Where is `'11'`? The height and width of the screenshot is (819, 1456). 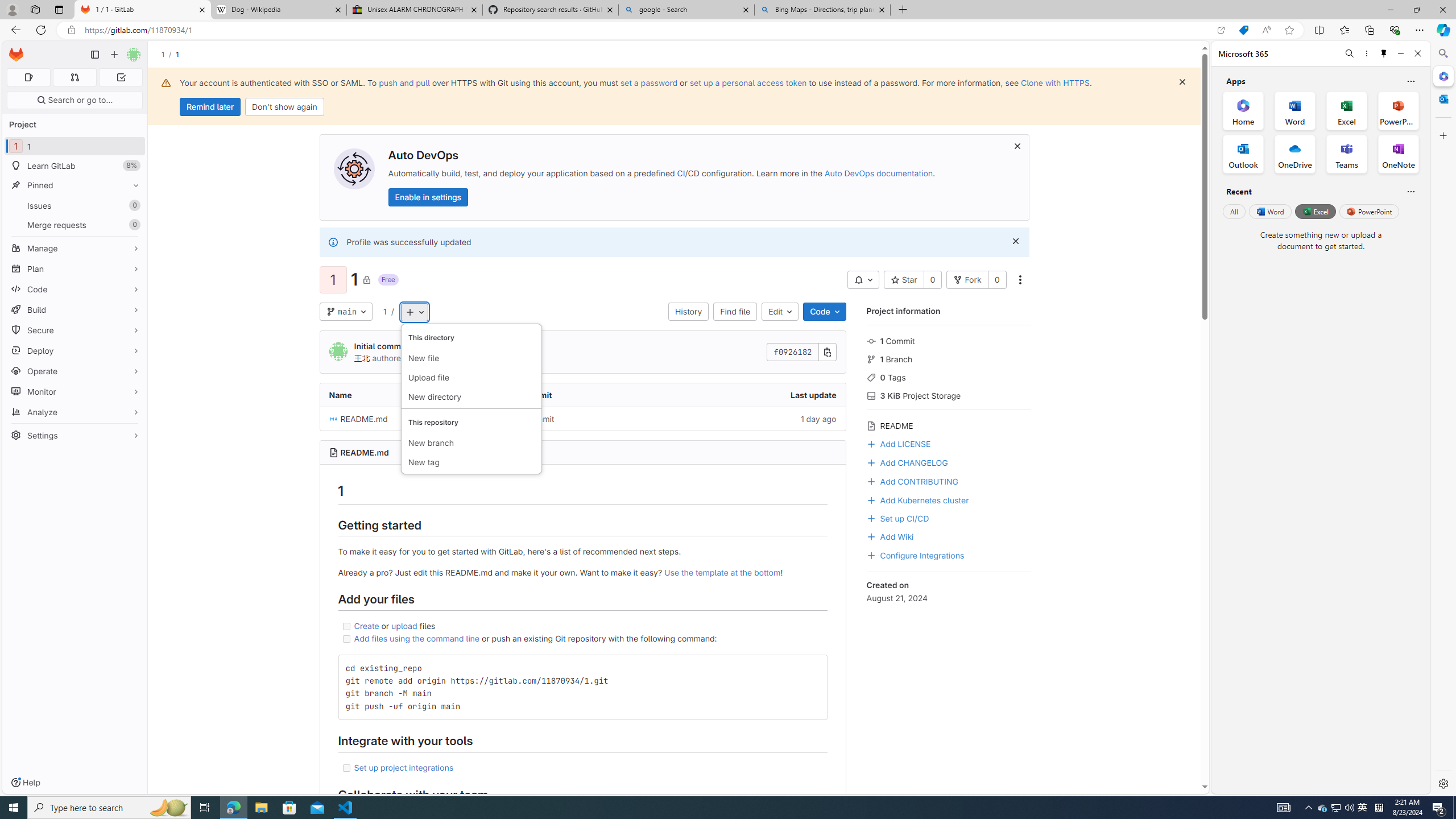 '11' is located at coordinates (74, 146).